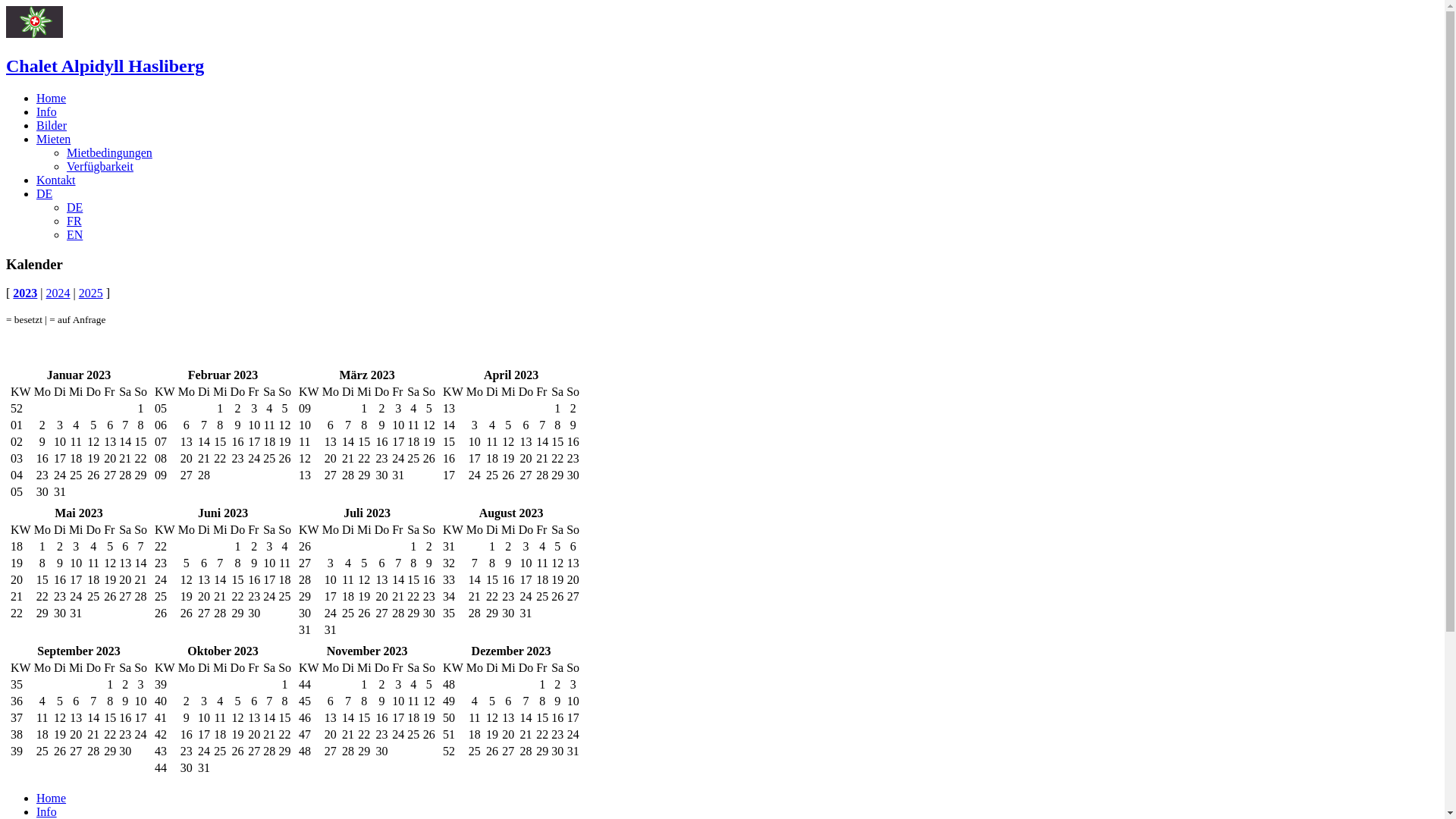 This screenshot has width=1456, height=819. I want to click on 'DE', so click(36, 193).